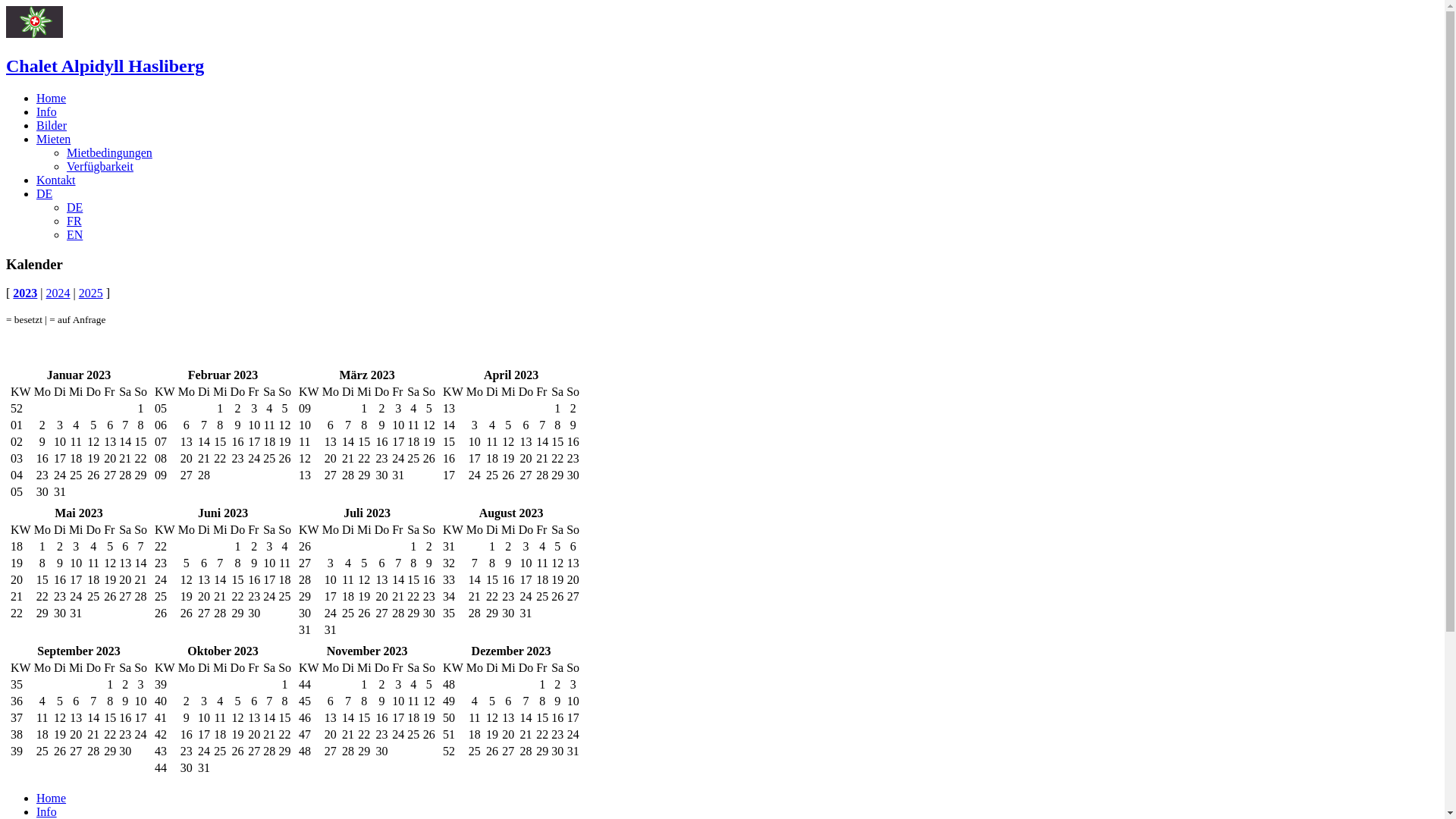 This screenshot has width=1456, height=819. I want to click on 'DE', so click(36, 193).